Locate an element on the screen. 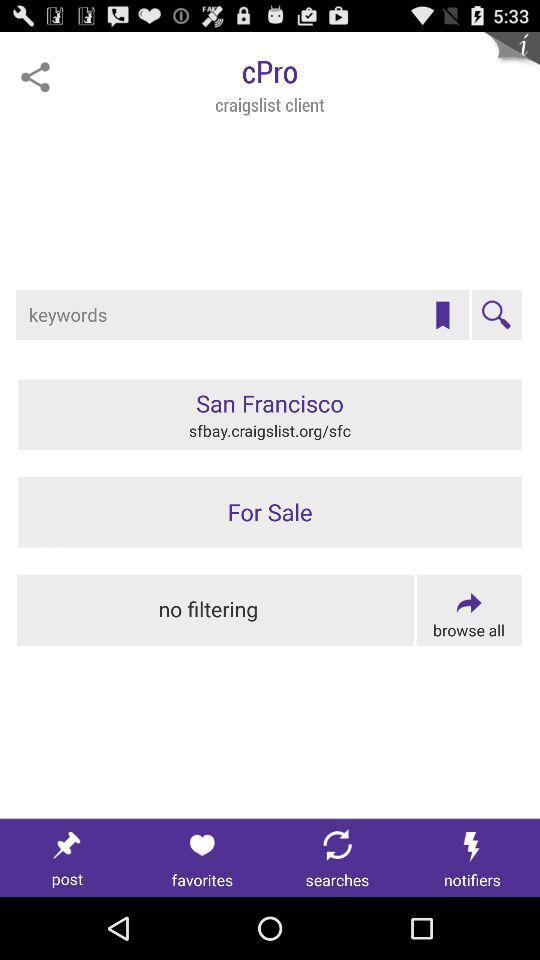 Image resolution: width=540 pixels, height=960 pixels. bookmark is located at coordinates (442, 315).